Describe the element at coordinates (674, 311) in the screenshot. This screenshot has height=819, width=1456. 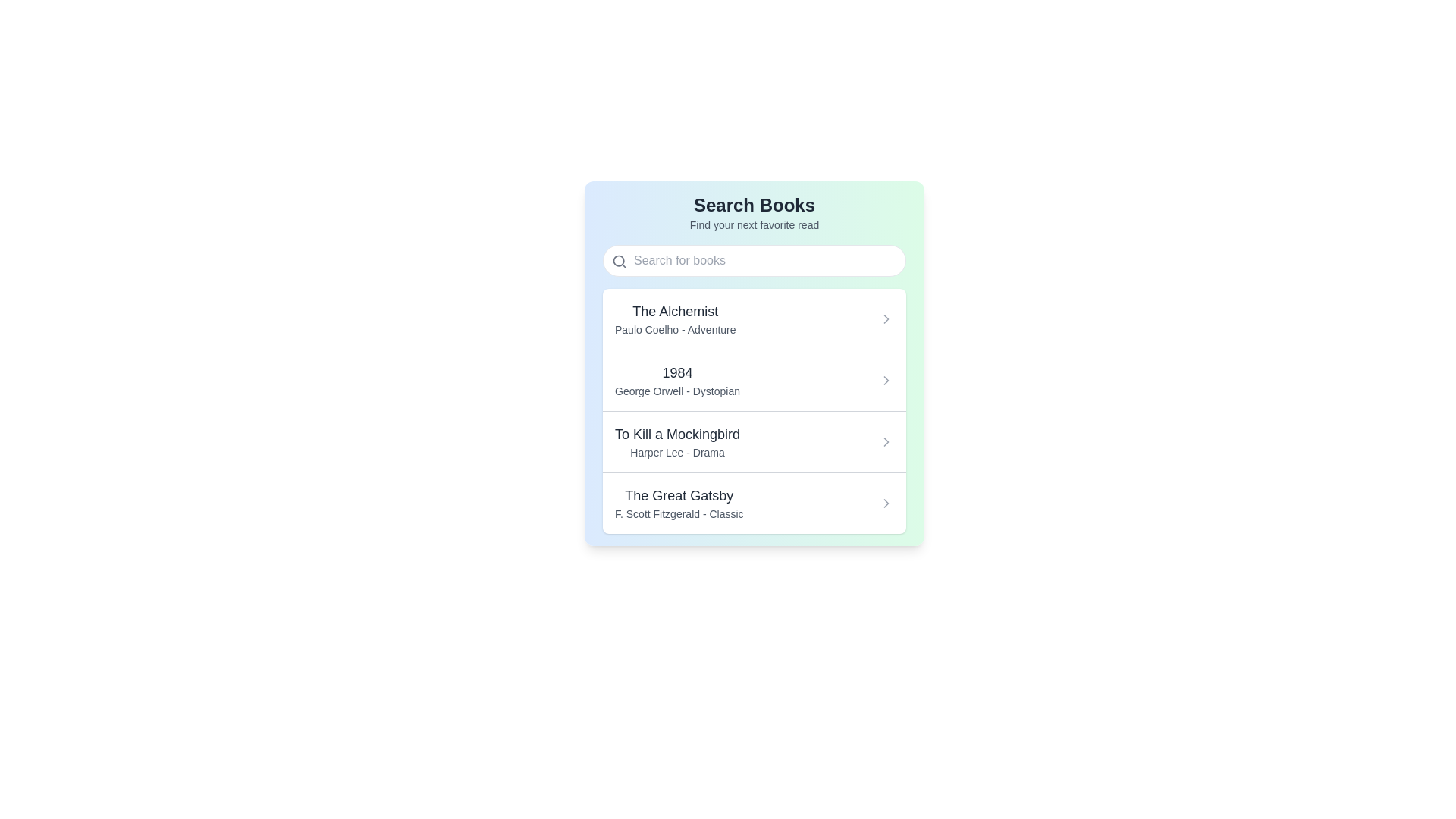
I see `the title of the first book listed in the interface, which is positioned above the subtitle 'Paulo Coelho - Adventure'` at that location.